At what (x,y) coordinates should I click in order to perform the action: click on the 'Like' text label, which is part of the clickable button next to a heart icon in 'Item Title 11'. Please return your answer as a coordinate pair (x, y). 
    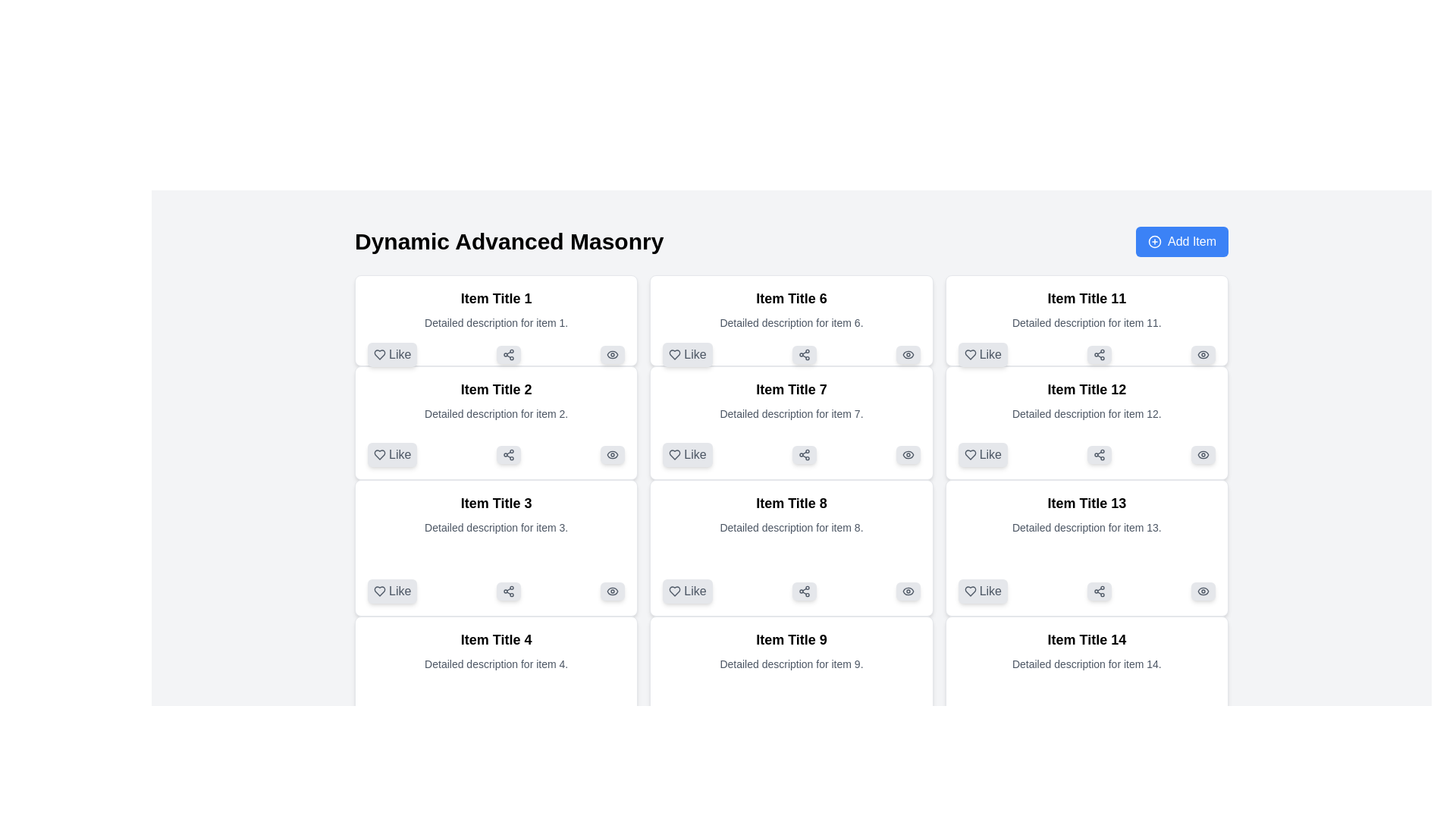
    Looking at the image, I should click on (990, 354).